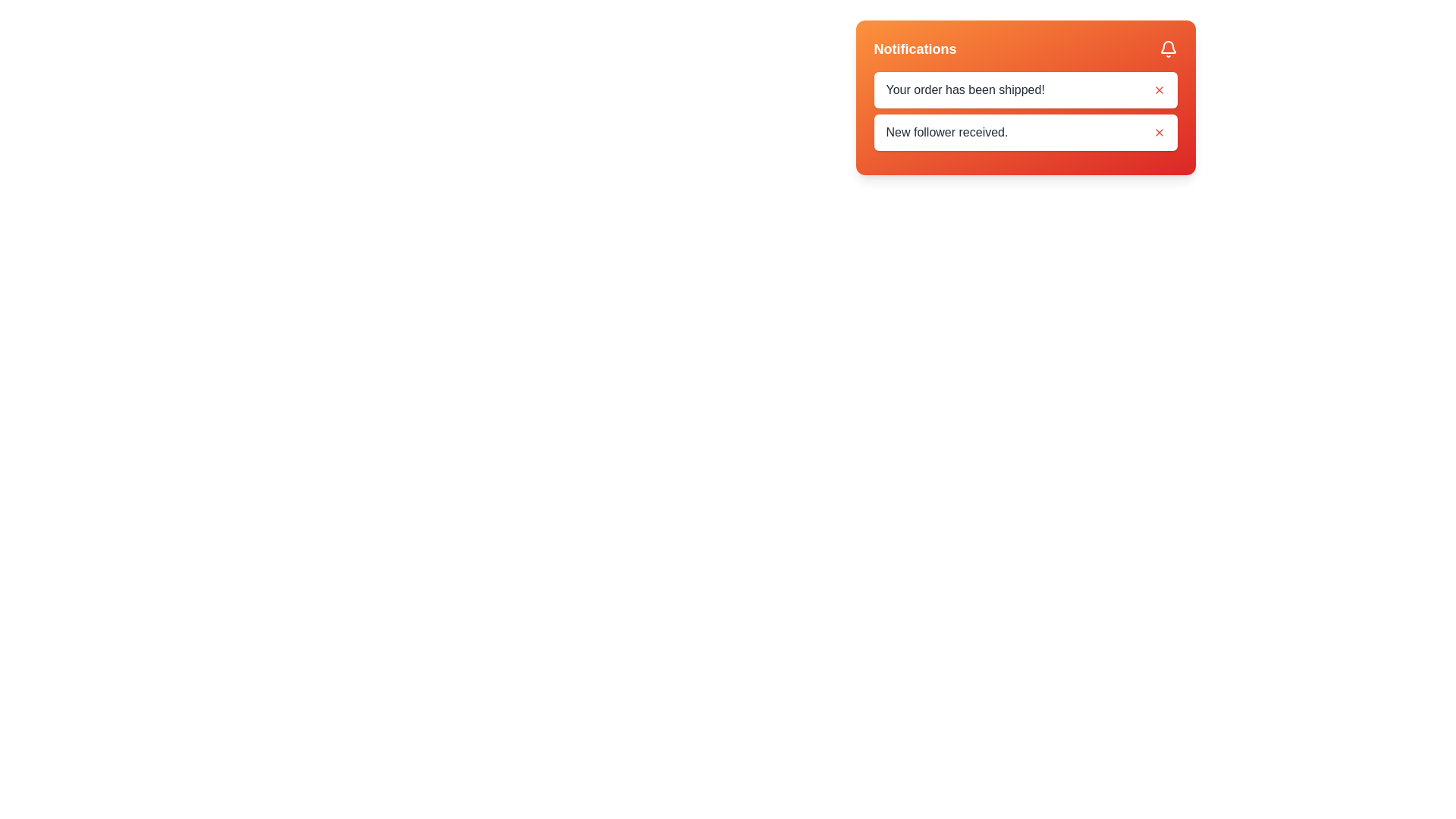 The height and width of the screenshot is (819, 1456). I want to click on the close button located on the far right of the notification message titled 'Your order has been shipped!', so click(1158, 90).